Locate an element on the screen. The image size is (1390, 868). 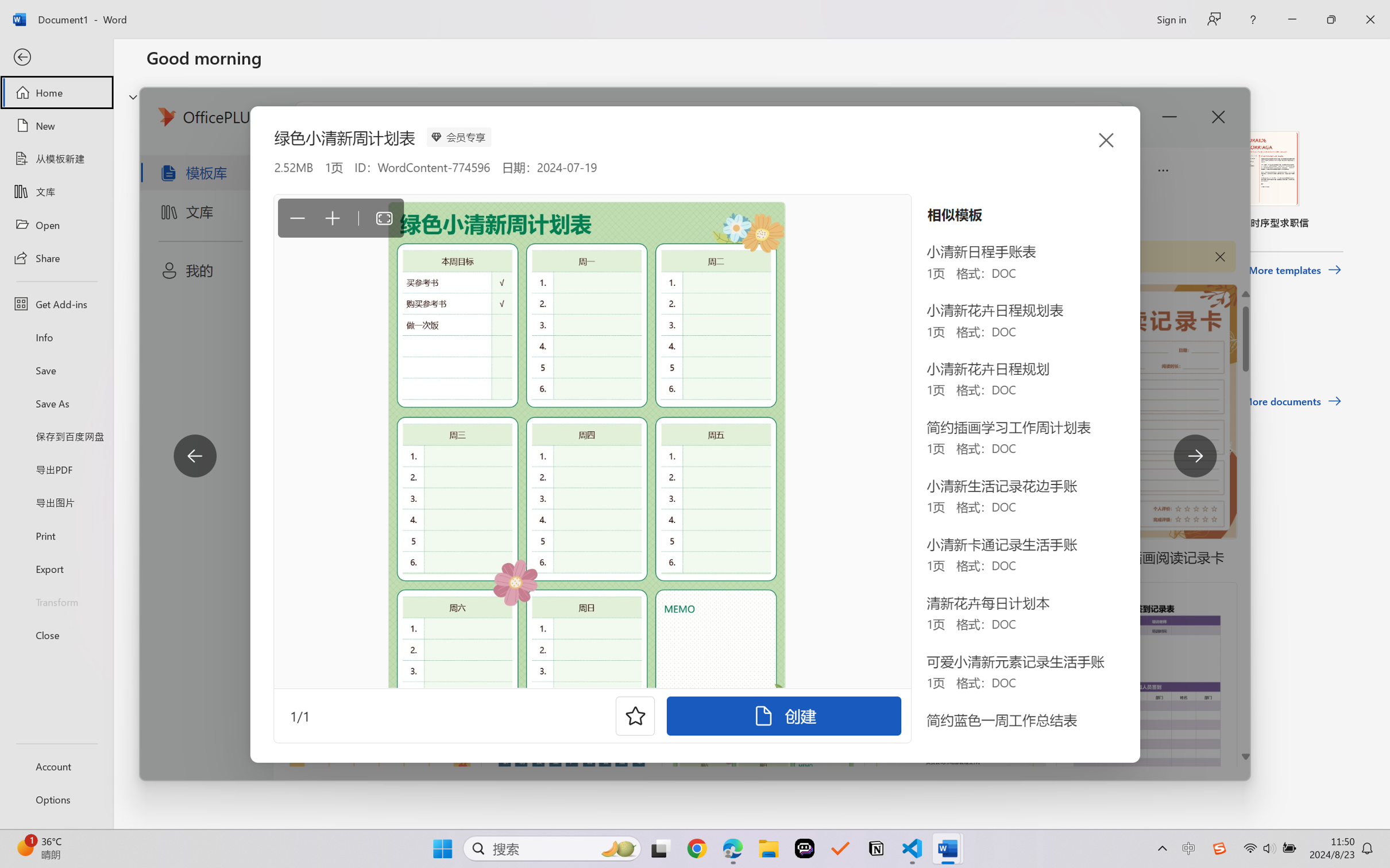
'Hide or show region' is located at coordinates (133, 96).